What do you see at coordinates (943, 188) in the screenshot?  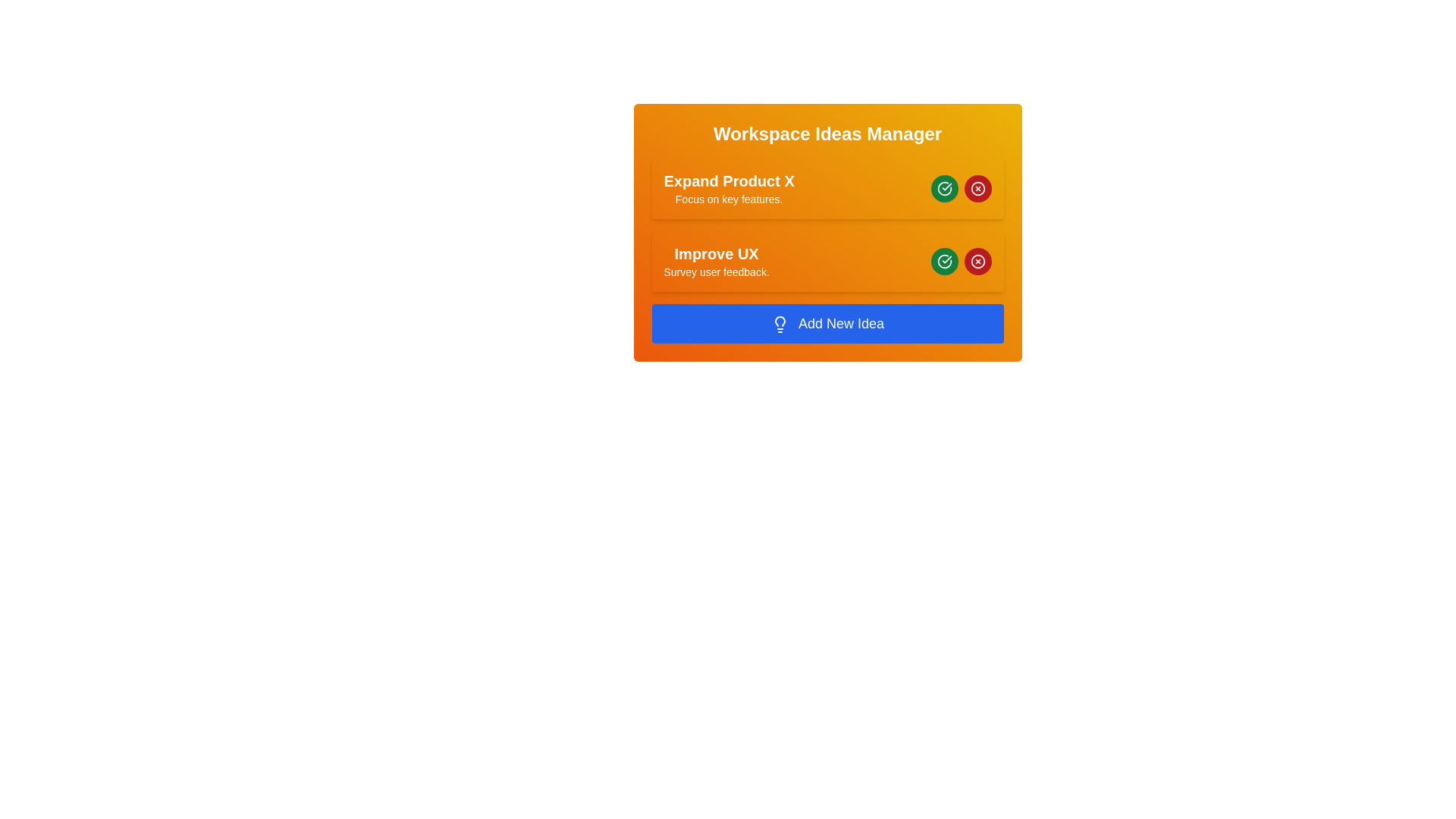 I see `the green circular checkmark icon within the interactive button located in the second row next to the 'Improve UX' section to confirm the associated idea` at bounding box center [943, 188].